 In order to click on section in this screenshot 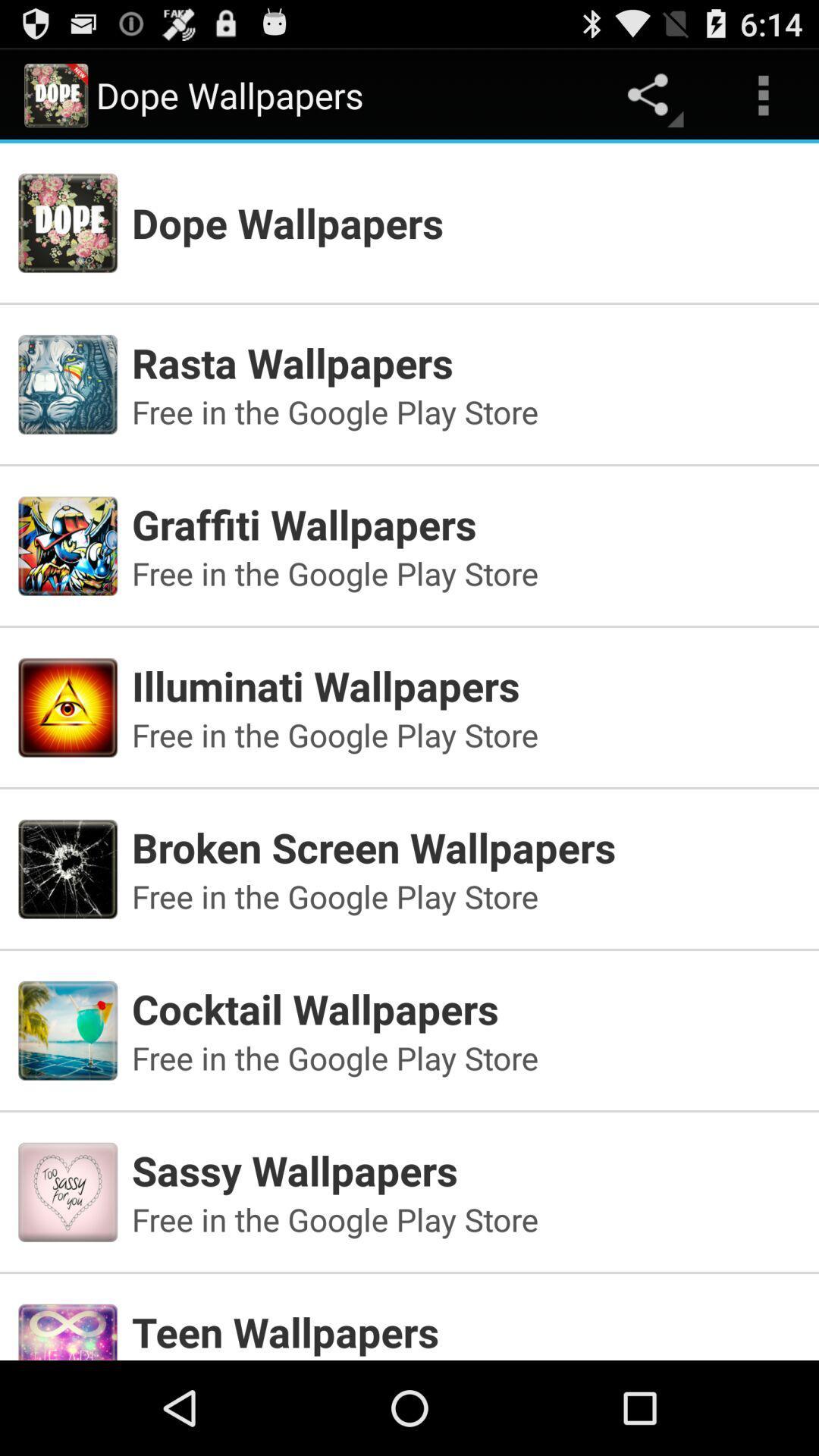, I will do `click(409, 1310)`.